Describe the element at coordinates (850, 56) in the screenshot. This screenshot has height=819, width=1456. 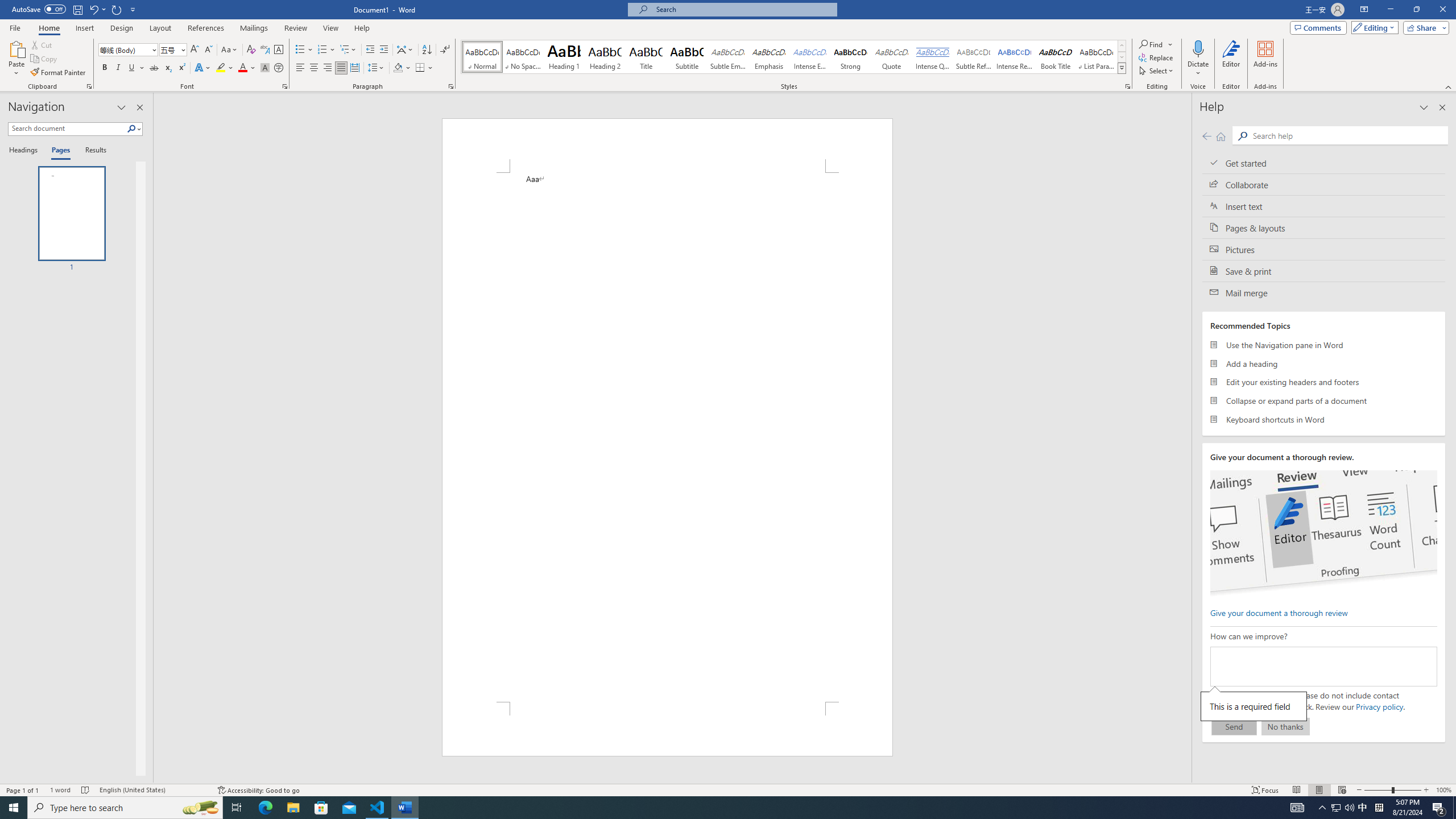
I see `'Strong'` at that location.